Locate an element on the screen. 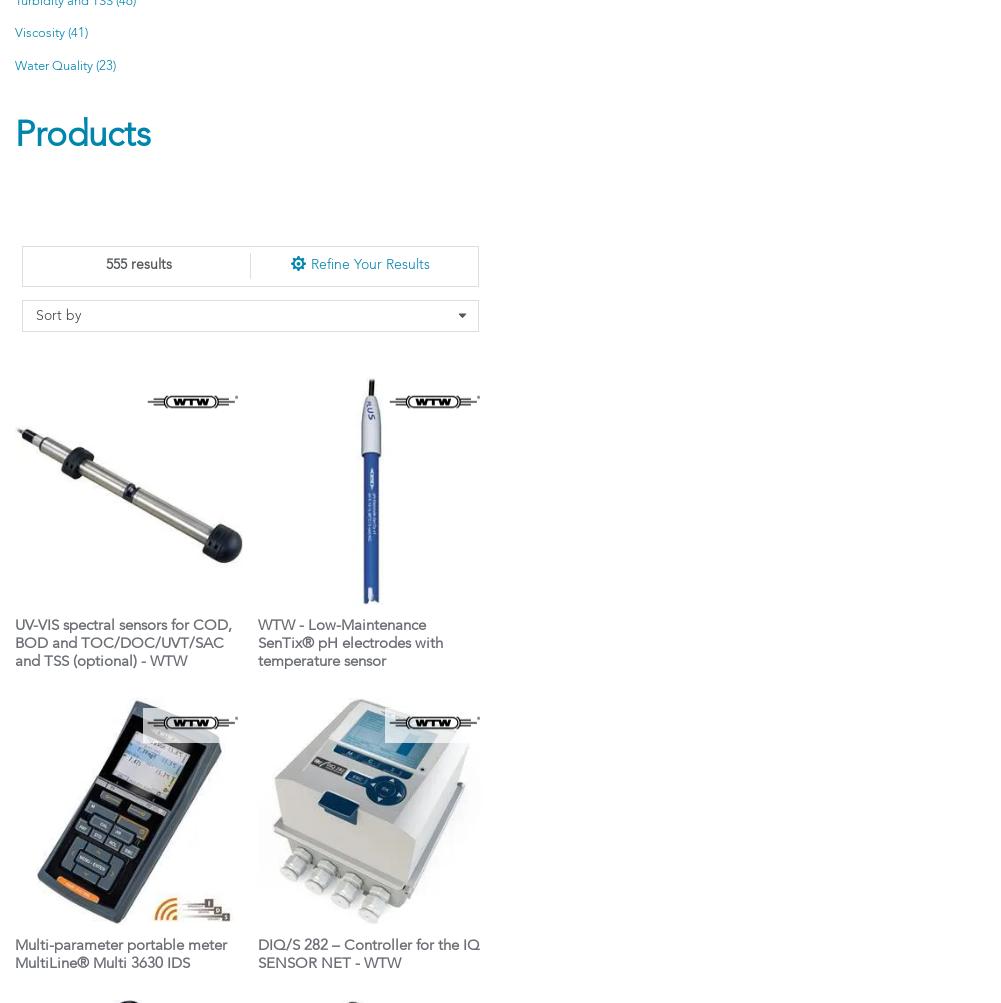 This screenshot has height=1003, width=1001. 'UV-VIS spectral sensors for COD, BOD and TOC/DOC/UVT/SAC and TSS (optional) - WTW' is located at coordinates (122, 643).